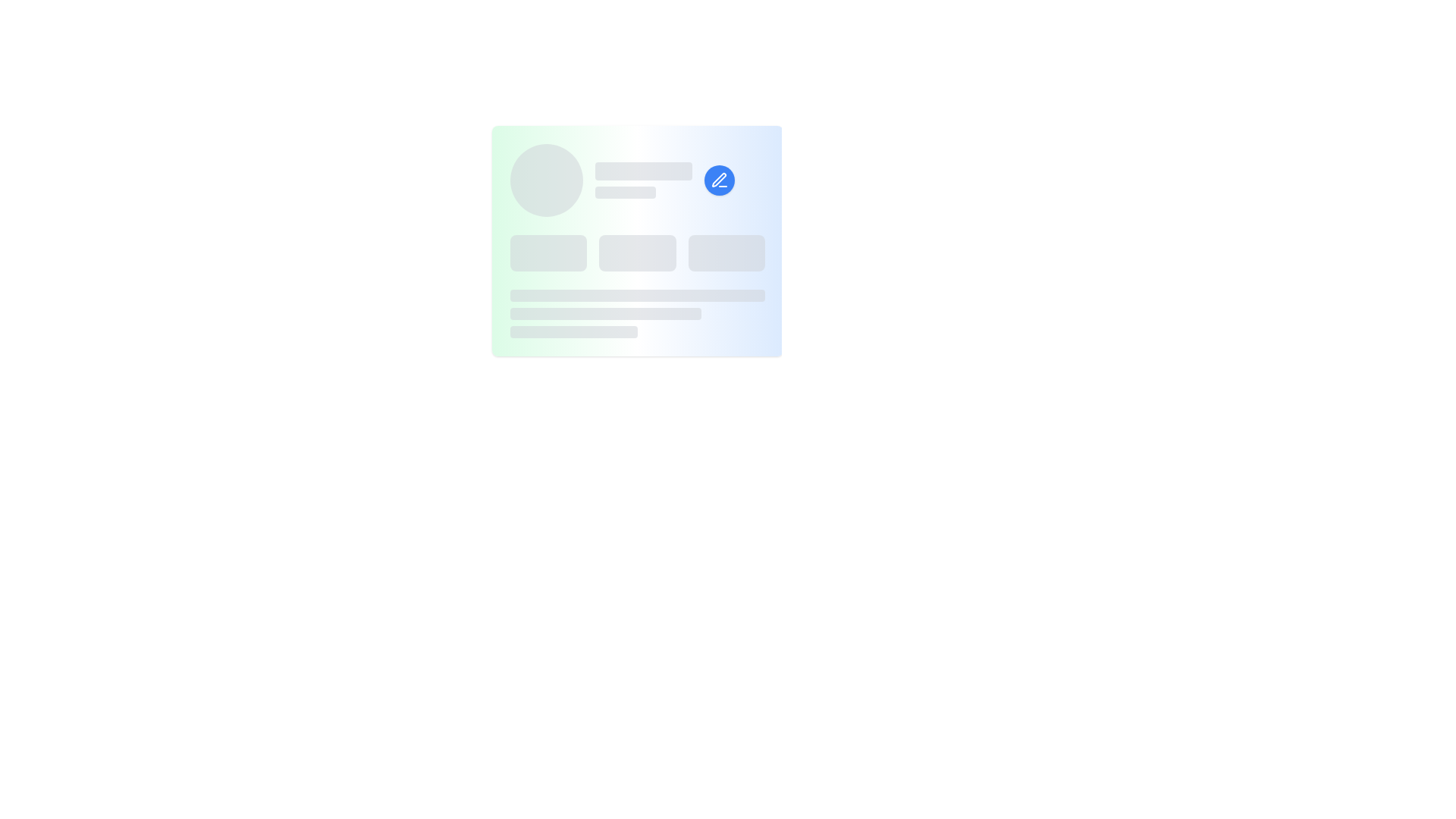 The image size is (1456, 819). Describe the element at coordinates (604, 312) in the screenshot. I see `the second skeleton loader bar, which is a light gray, horizontally-aligned rectangular placeholder with rounded edges, located in the middle of three similar bars` at that location.